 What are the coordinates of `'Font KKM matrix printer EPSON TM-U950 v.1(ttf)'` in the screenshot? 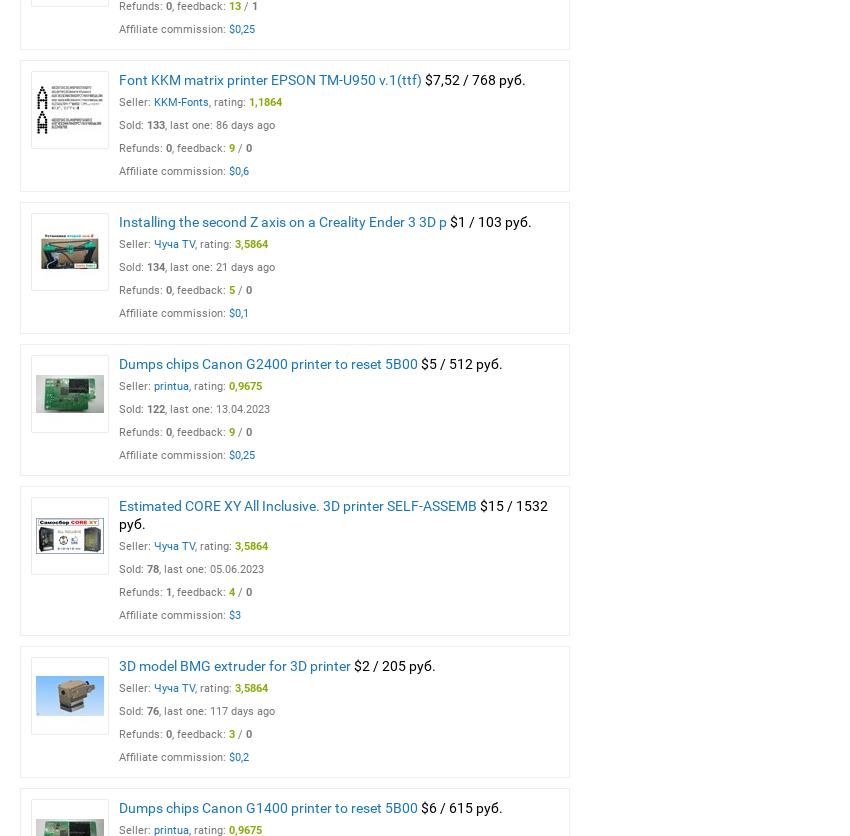 It's located at (118, 80).